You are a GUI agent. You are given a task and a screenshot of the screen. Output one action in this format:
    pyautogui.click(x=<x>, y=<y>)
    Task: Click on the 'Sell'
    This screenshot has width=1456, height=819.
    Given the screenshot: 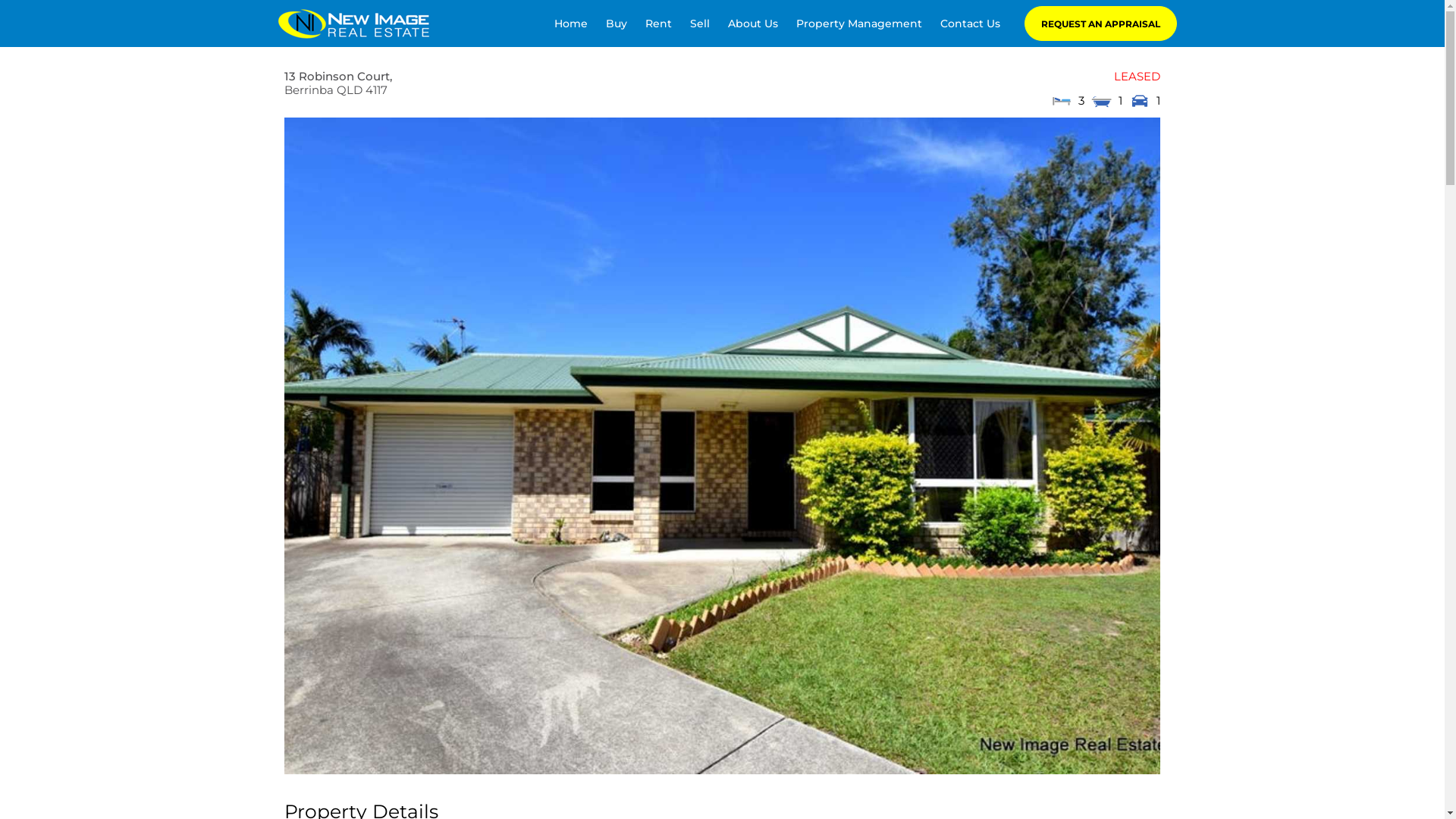 What is the action you would take?
    pyautogui.click(x=698, y=23)
    